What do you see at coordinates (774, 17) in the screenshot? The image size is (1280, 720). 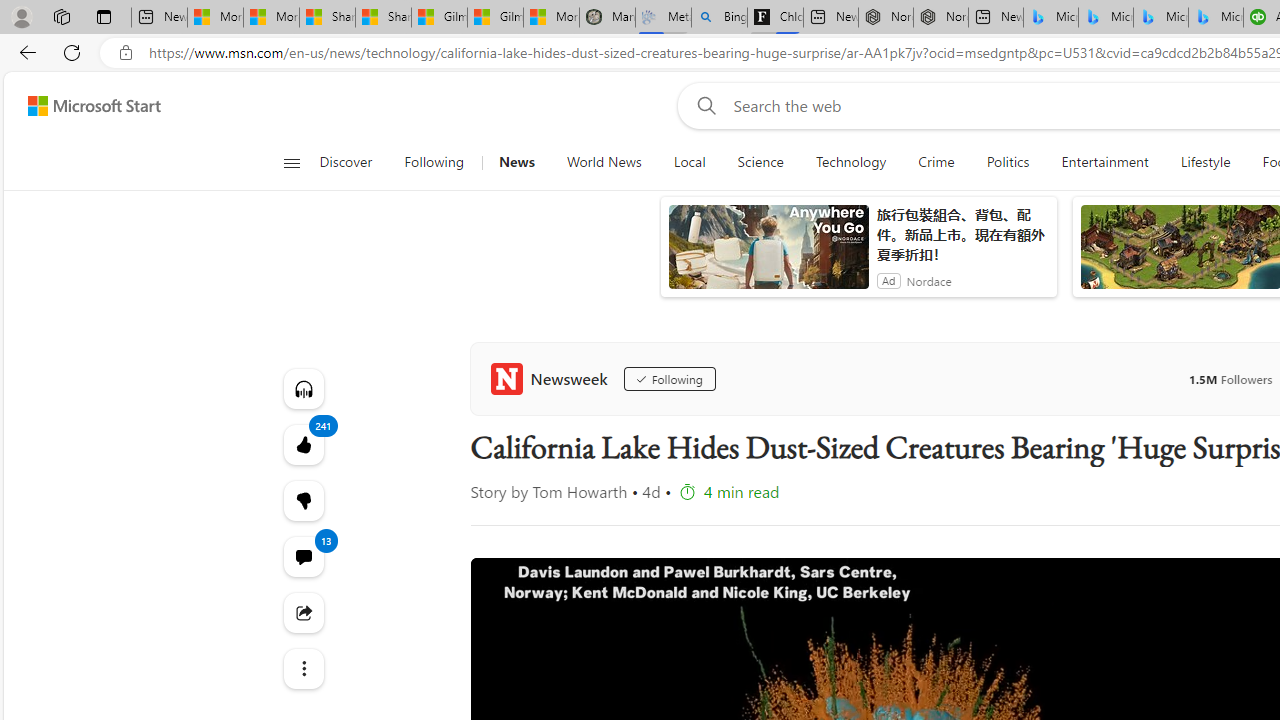 I see `'Chloe Sorvino'` at bounding box center [774, 17].